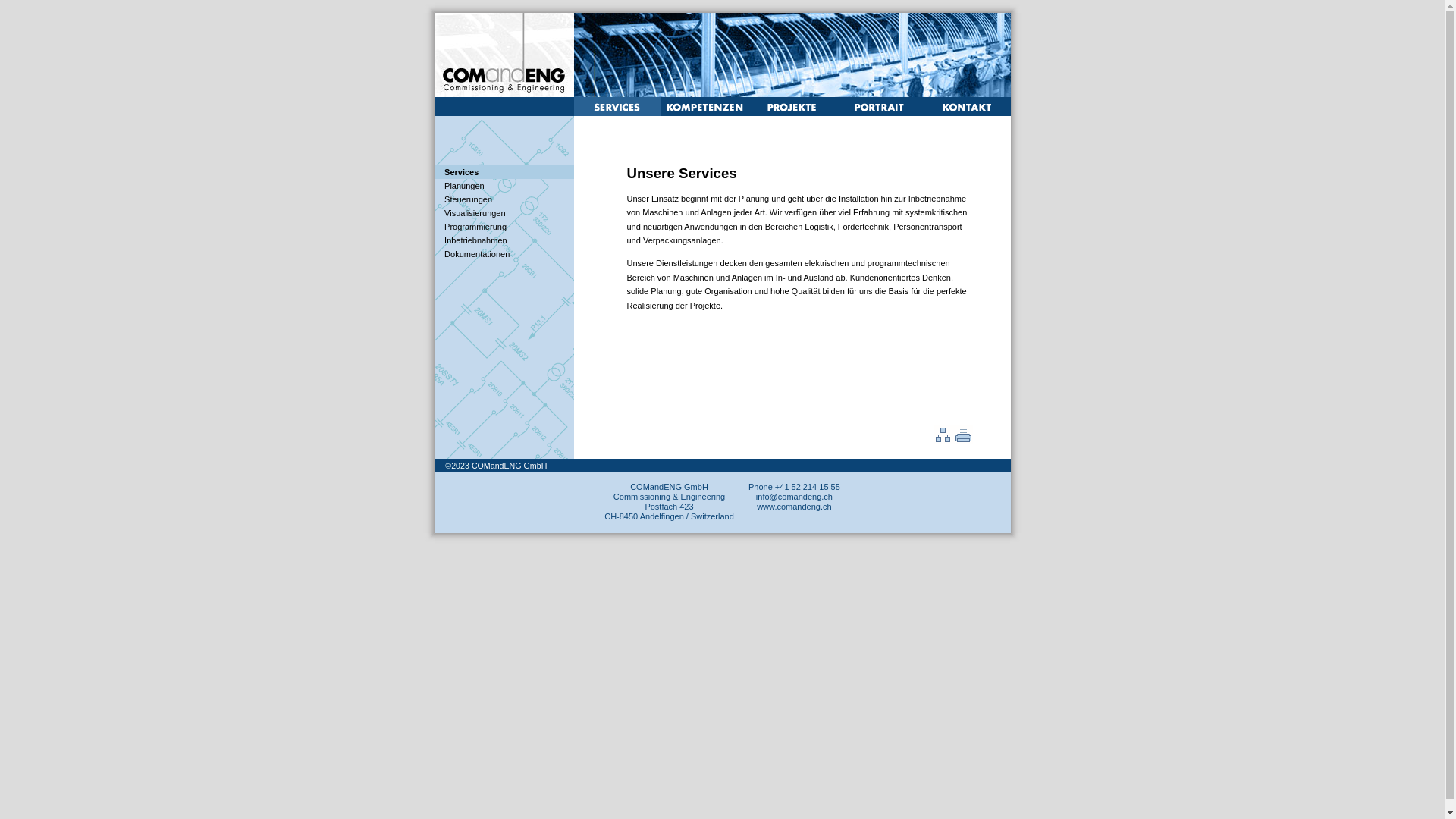  What do you see at coordinates (475, 253) in the screenshot?
I see `'Dokumentationen'` at bounding box center [475, 253].